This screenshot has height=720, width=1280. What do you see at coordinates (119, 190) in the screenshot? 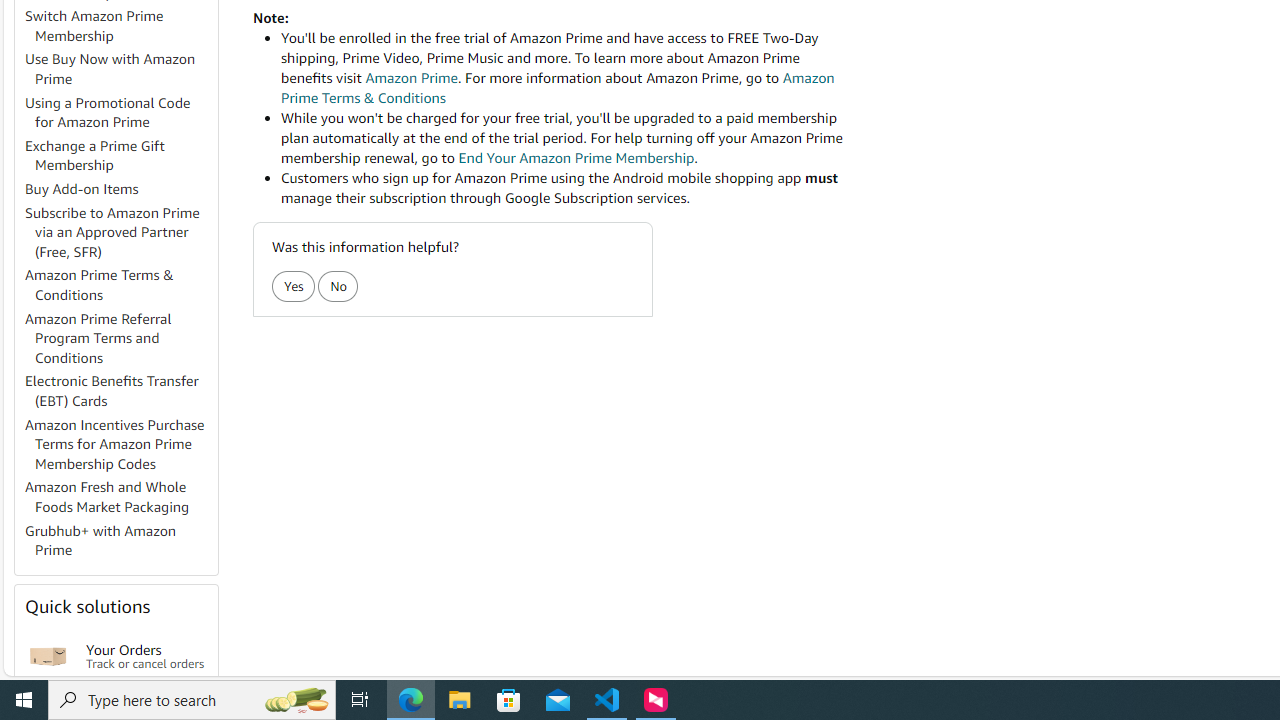
I see `'Buy Add-on Items'` at bounding box center [119, 190].